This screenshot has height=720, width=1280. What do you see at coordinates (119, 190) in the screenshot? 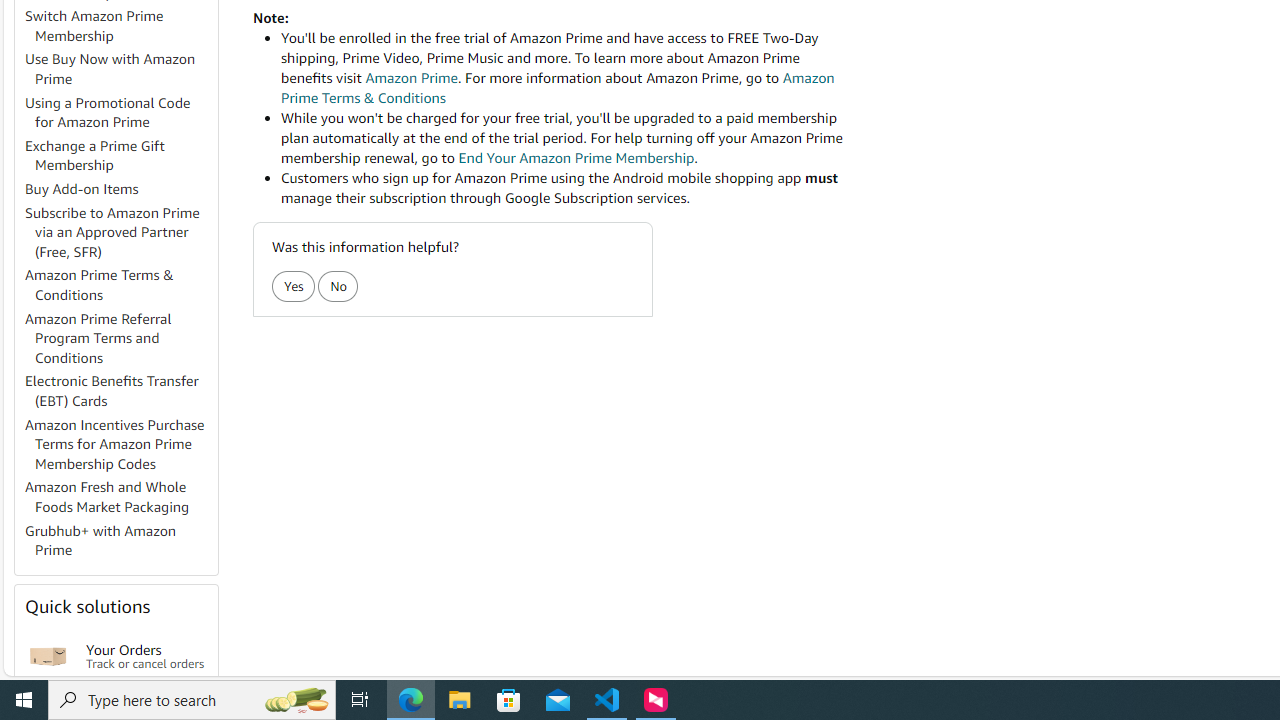
I see `'Buy Add-on Items'` at bounding box center [119, 190].